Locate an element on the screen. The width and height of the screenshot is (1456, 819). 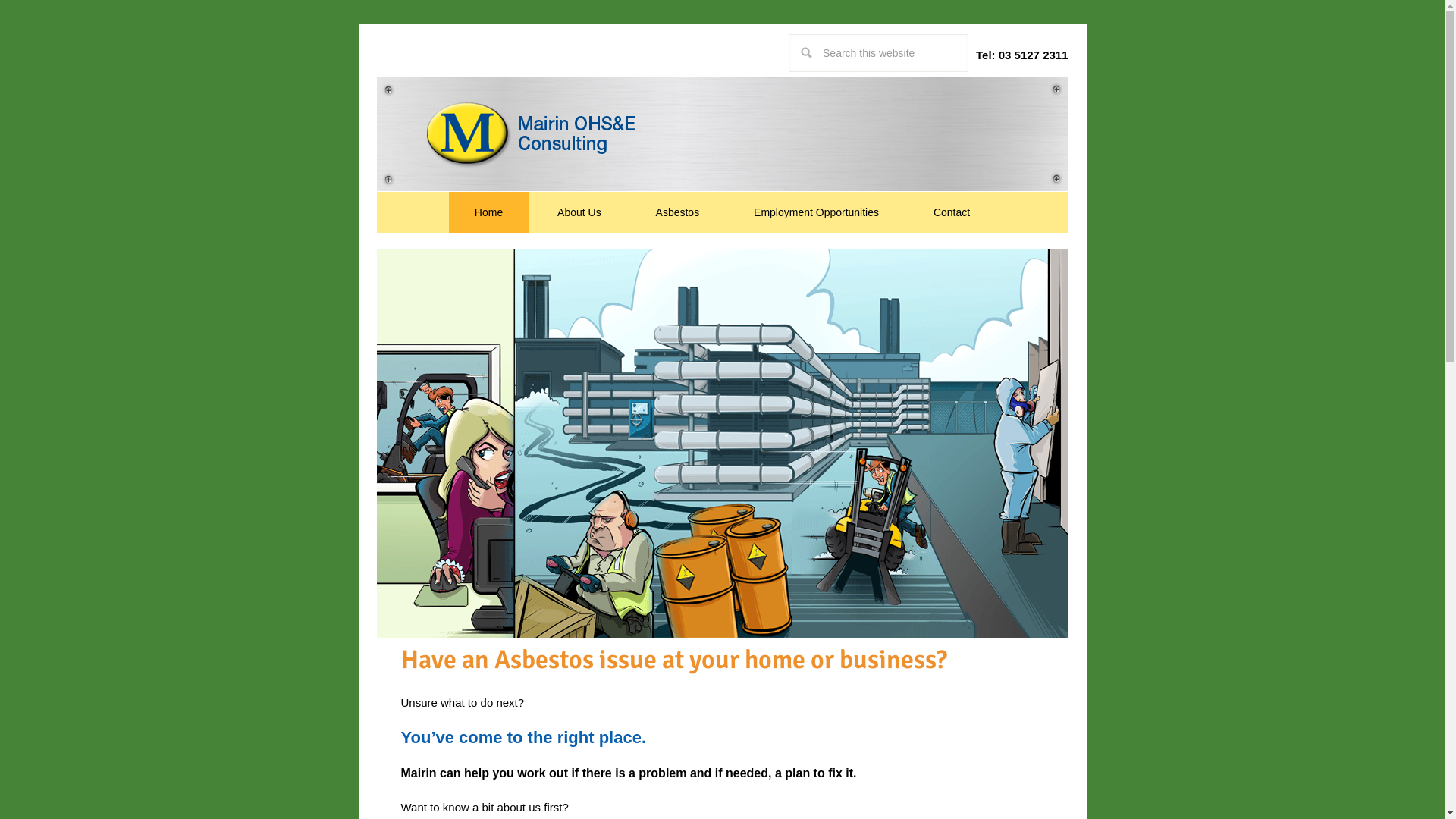
'Contact' is located at coordinates (950, 212).